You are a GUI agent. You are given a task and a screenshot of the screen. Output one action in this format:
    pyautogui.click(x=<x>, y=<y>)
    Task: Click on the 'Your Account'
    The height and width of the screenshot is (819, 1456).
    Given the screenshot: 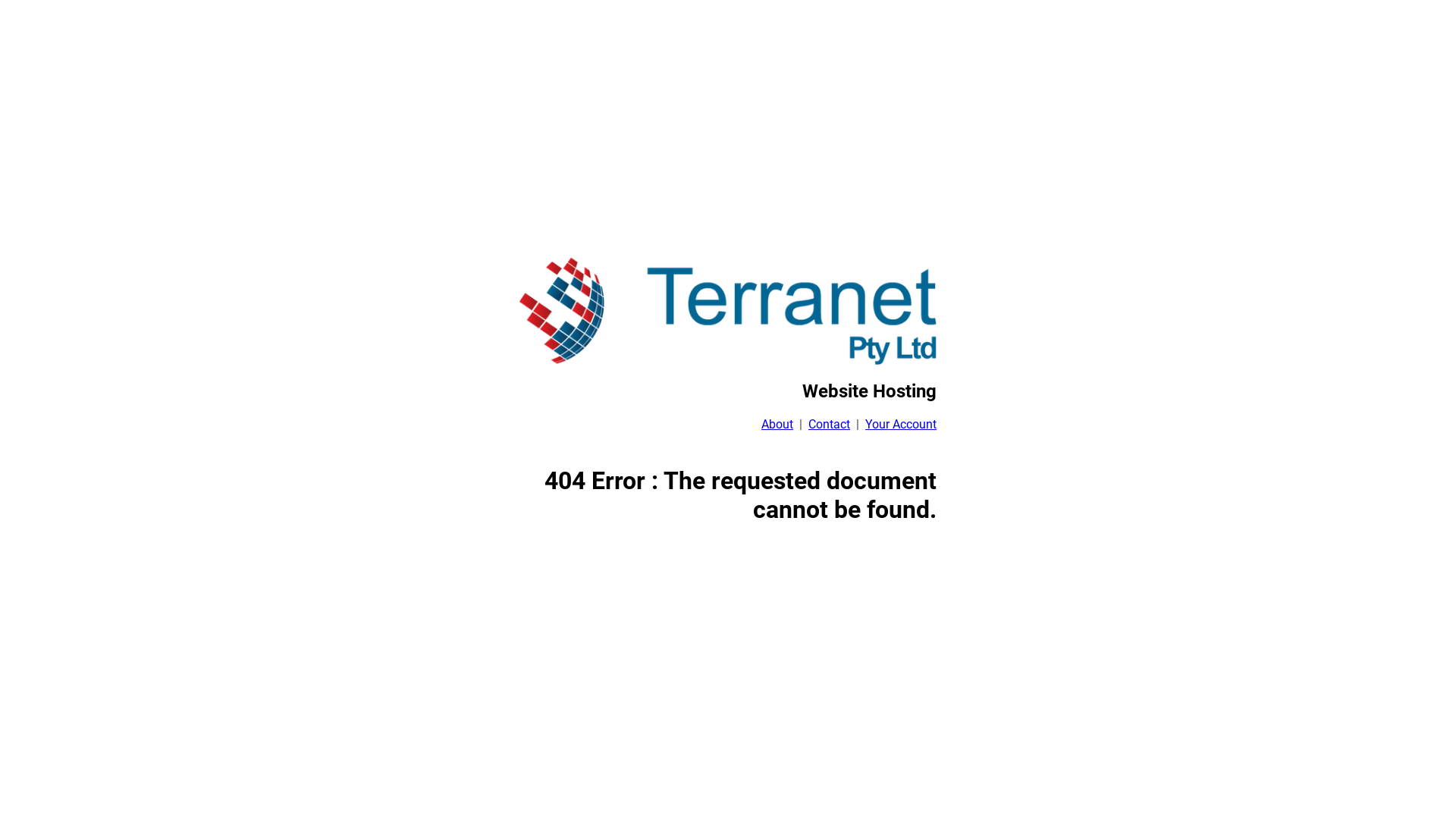 What is the action you would take?
    pyautogui.click(x=900, y=424)
    